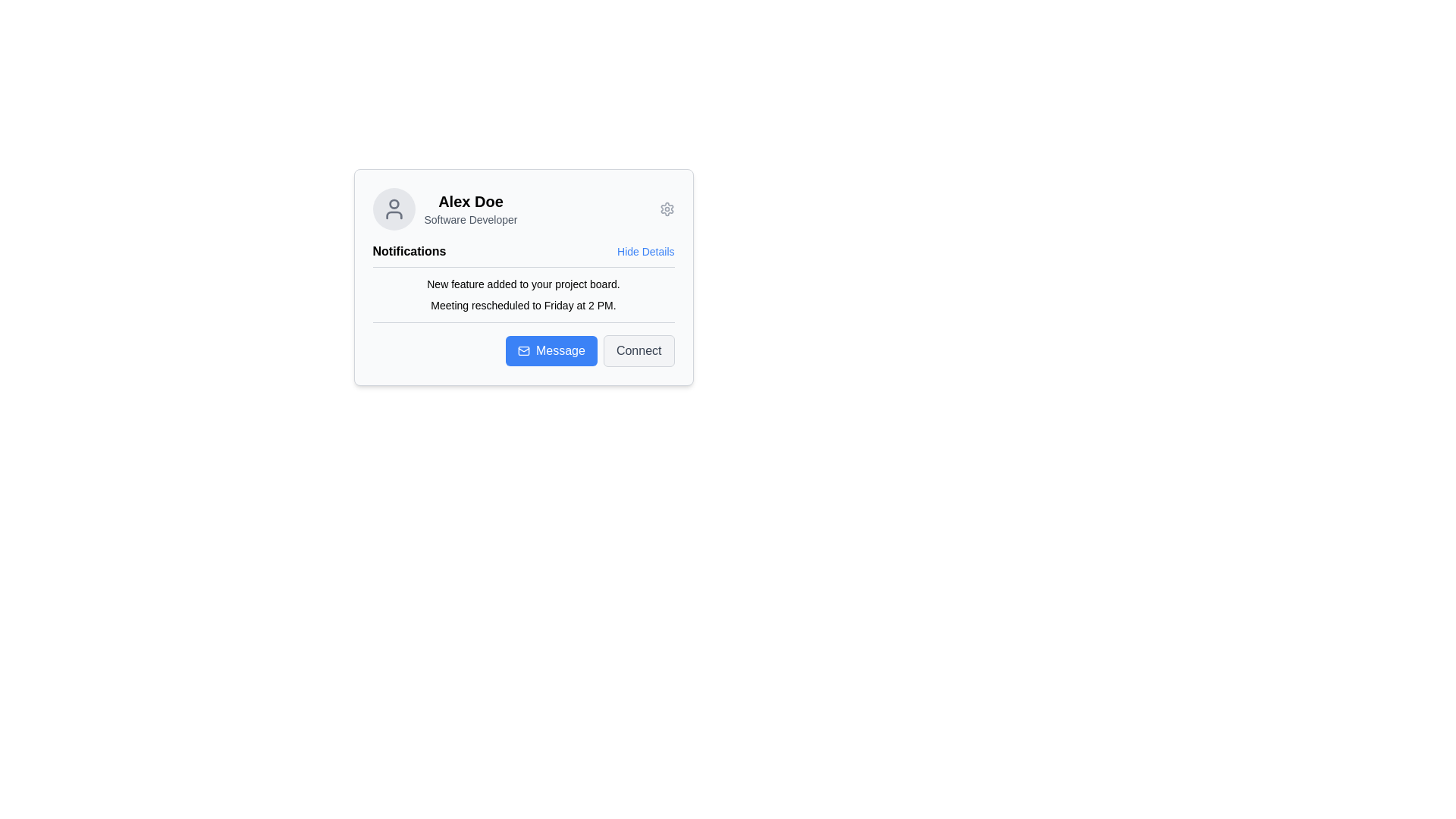 This screenshot has width=1456, height=819. What do you see at coordinates (469, 209) in the screenshot?
I see `information displayed in the Text block containing 'Alex Doe' and 'Software Developer', which is positioned above the 'Notifications' section in the card layout` at bounding box center [469, 209].